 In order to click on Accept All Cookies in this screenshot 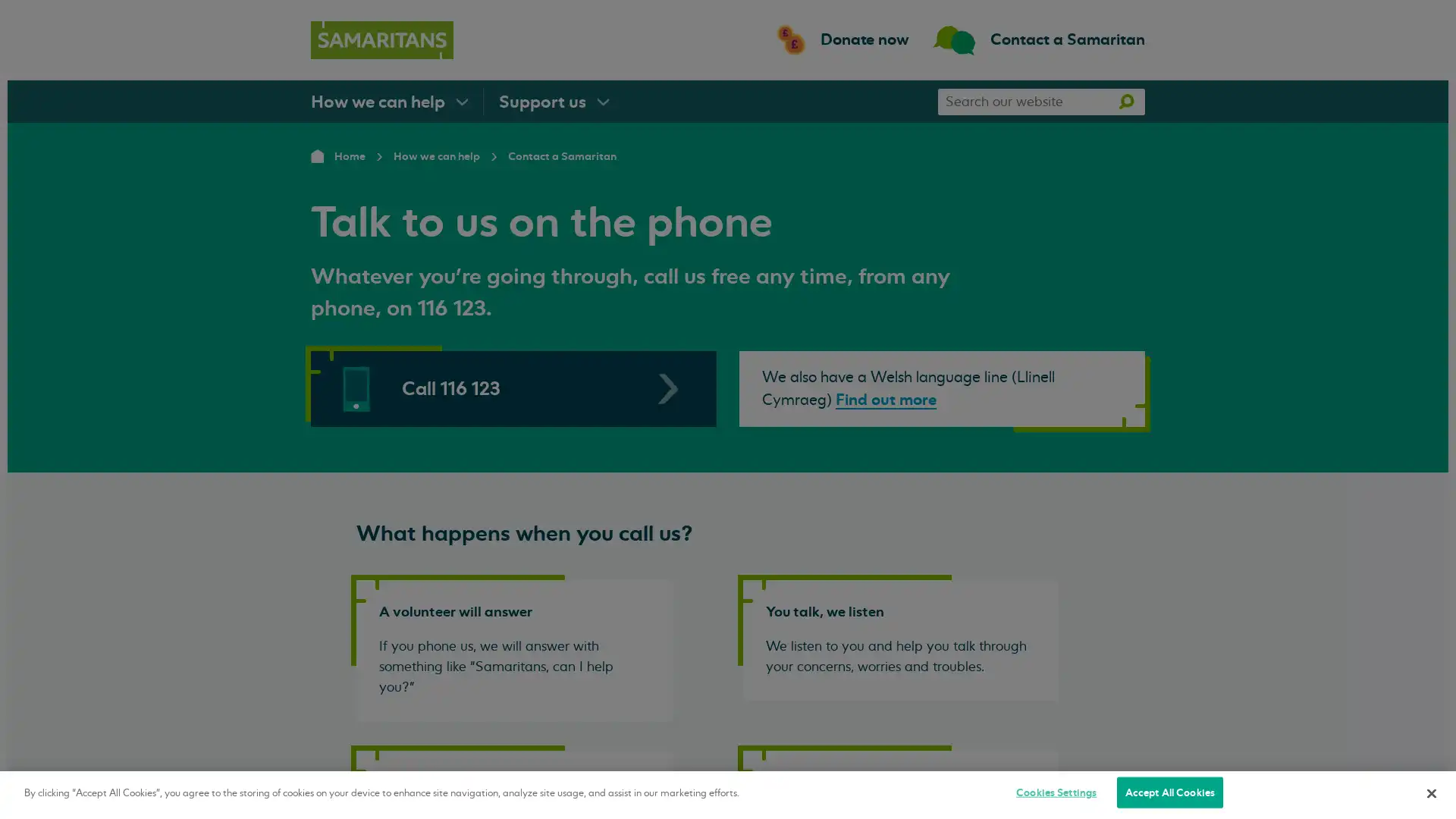, I will do `click(1169, 792)`.